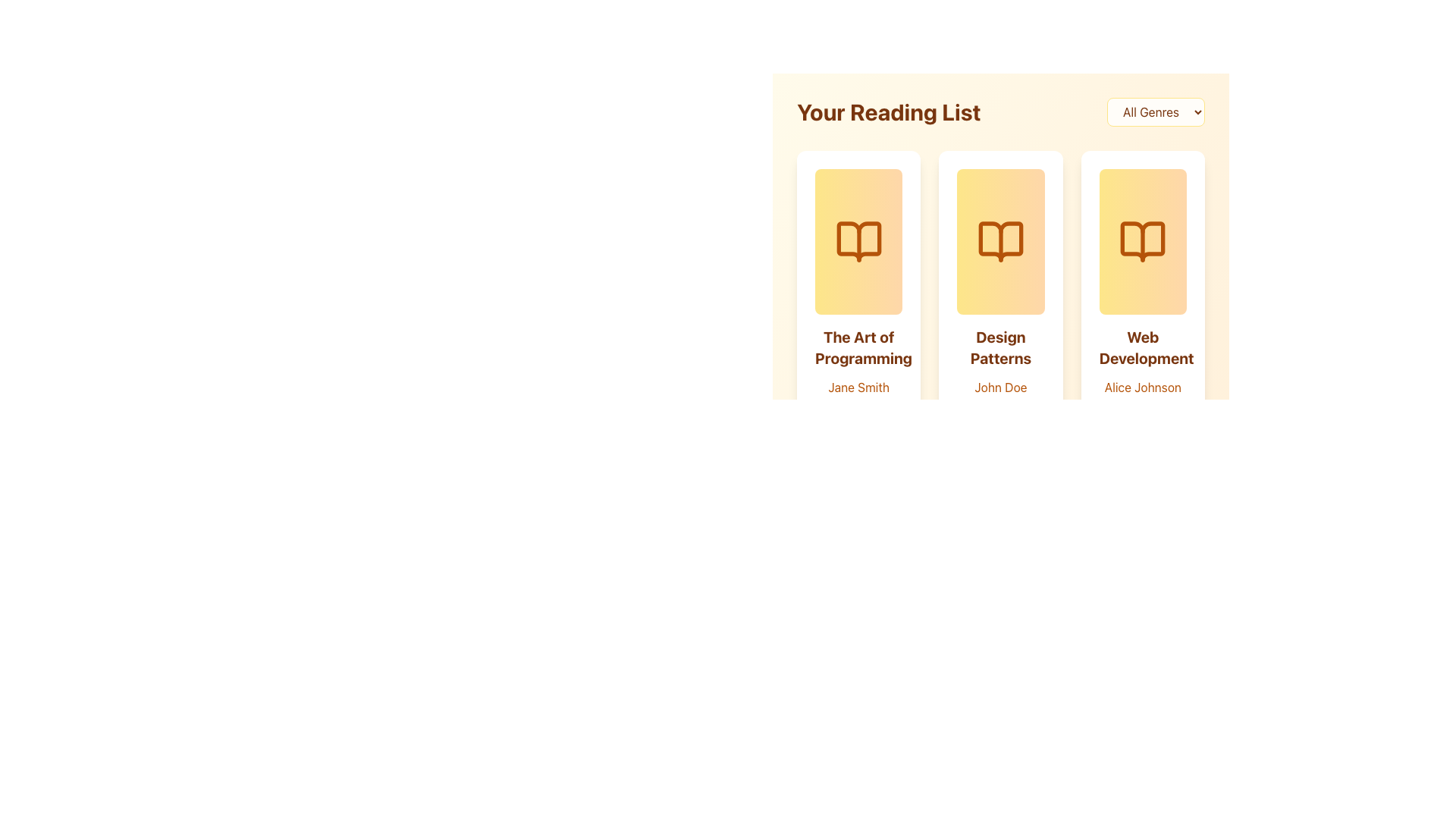  I want to click on the decorative icon centered on the rounded rectangular card in the reading list interface, which likely serves as an identifier for the card's content type, so click(1001, 241).